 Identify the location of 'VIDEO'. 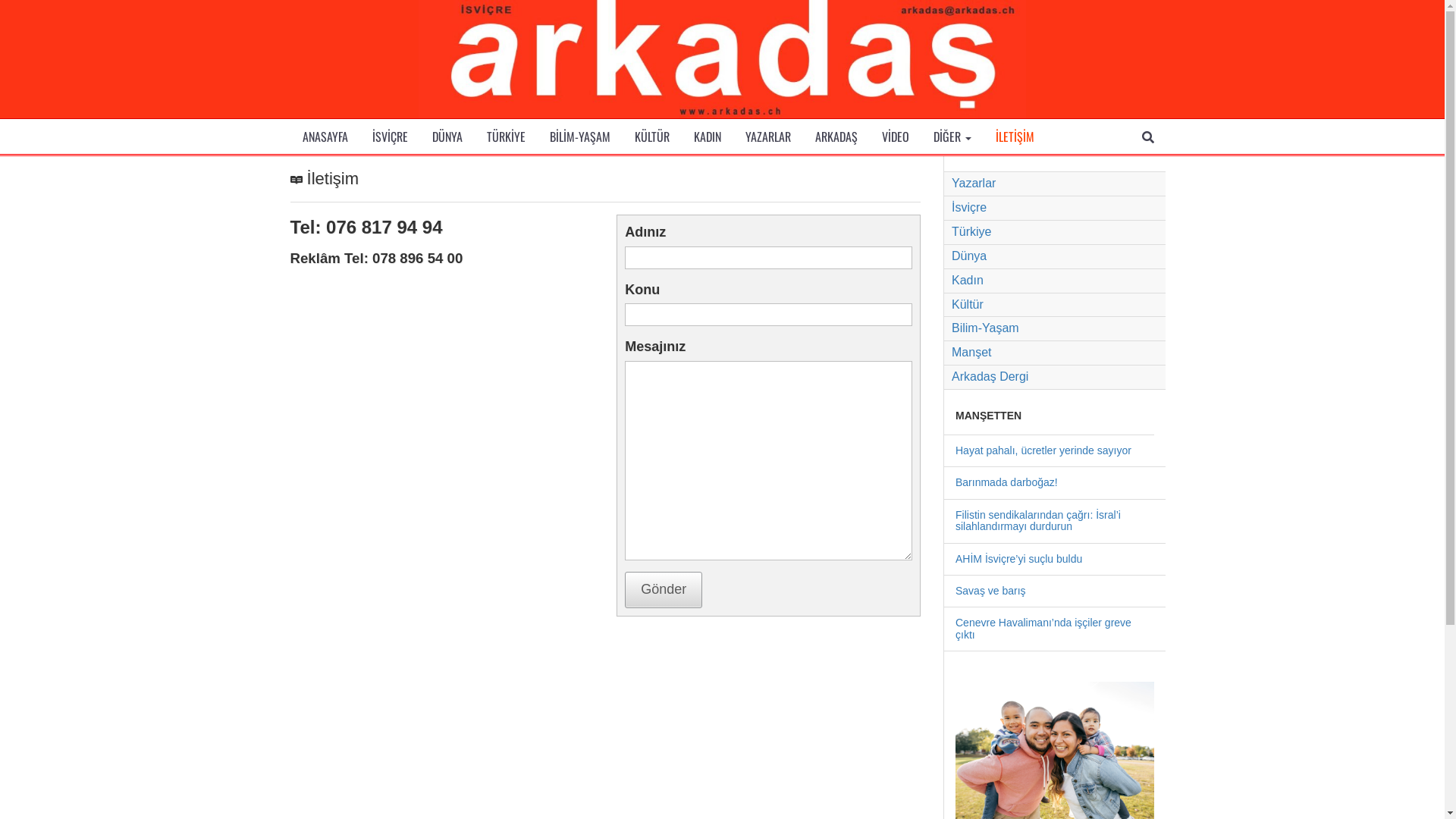
(895, 136).